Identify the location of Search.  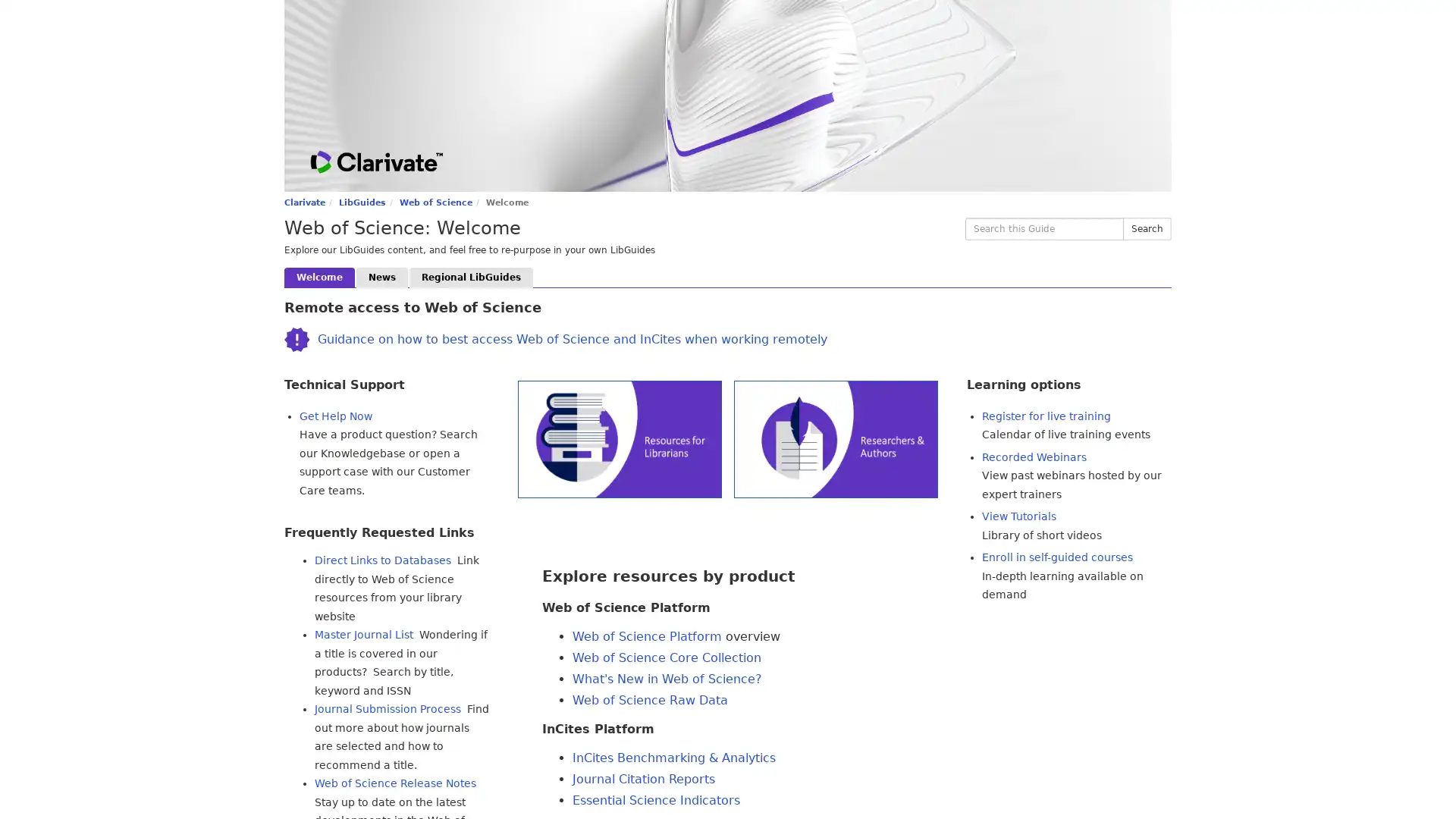
(1147, 228).